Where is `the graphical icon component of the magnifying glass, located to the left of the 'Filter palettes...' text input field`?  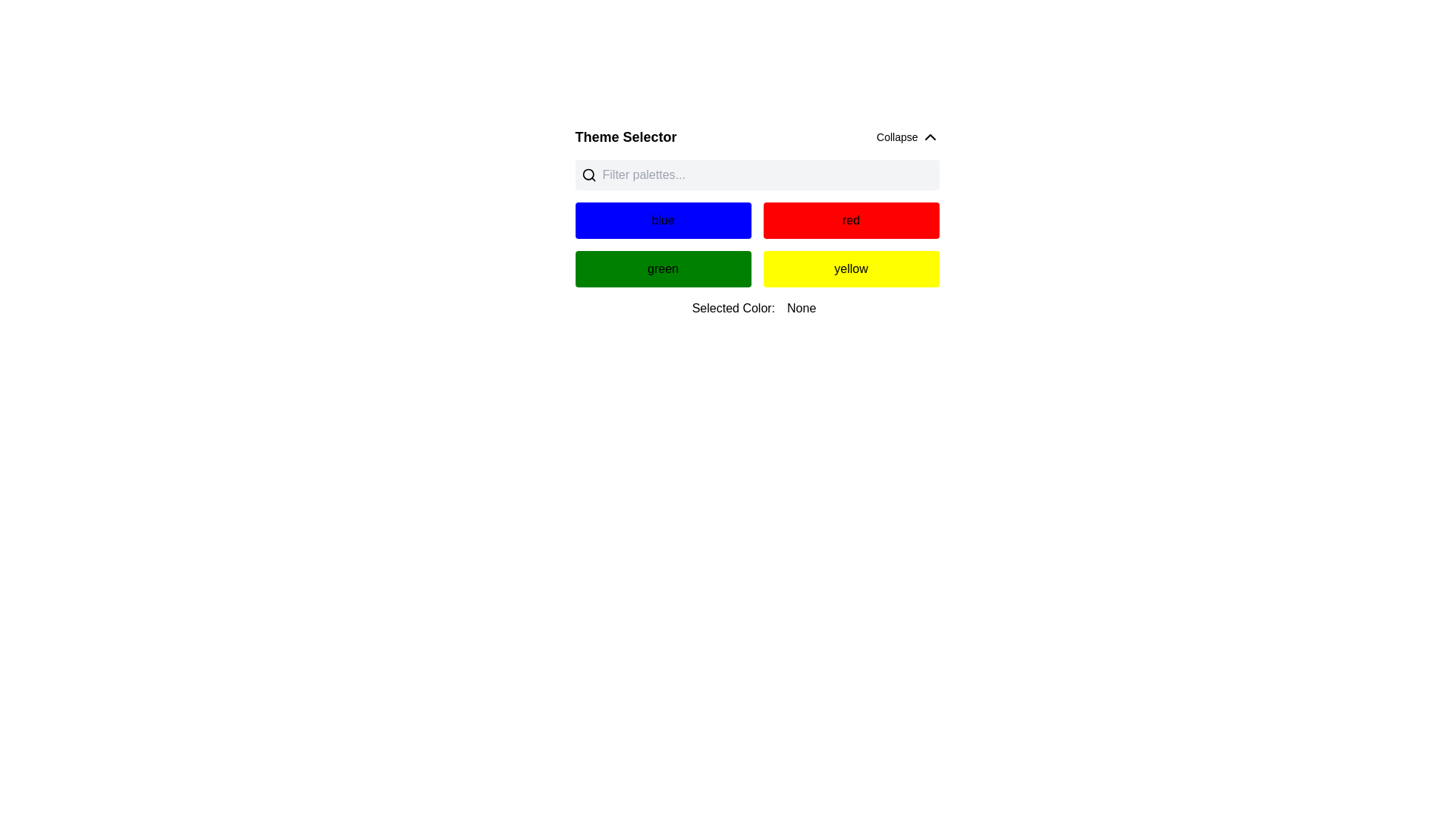
the graphical icon component of the magnifying glass, located to the left of the 'Filter palettes...' text input field is located at coordinates (587, 174).